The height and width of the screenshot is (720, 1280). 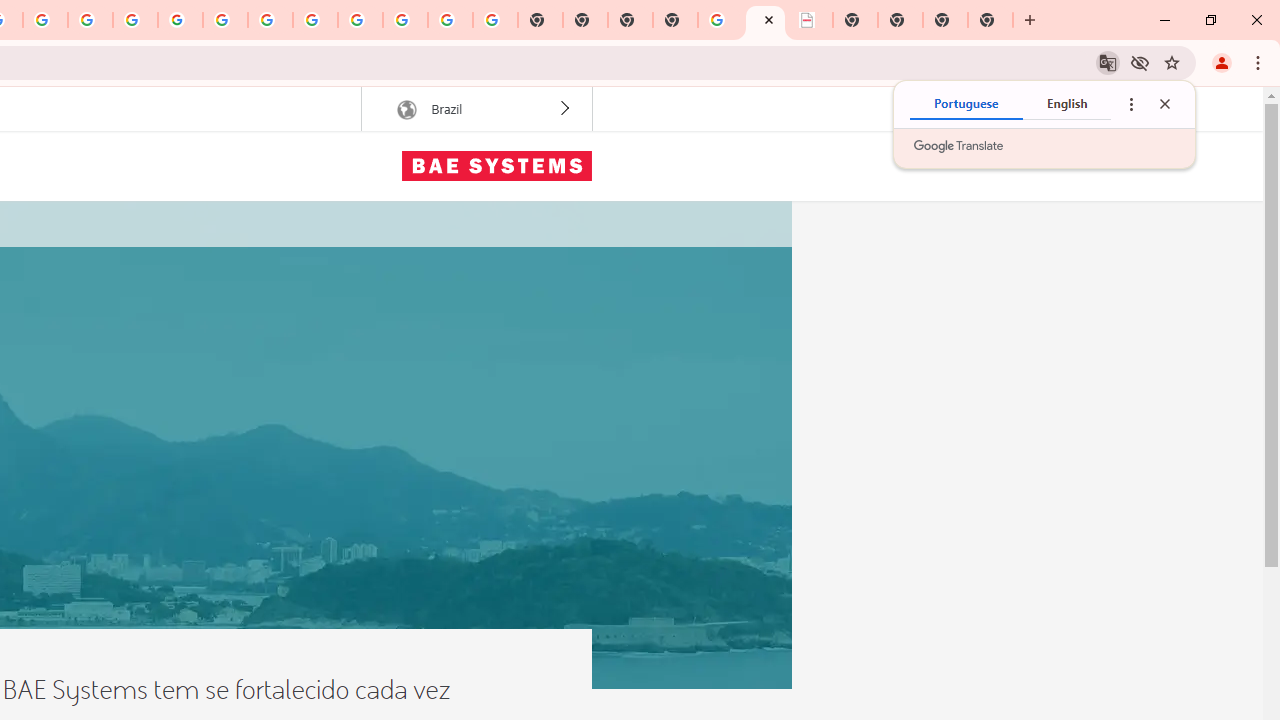 What do you see at coordinates (496, 164) in the screenshot?
I see `'BAE Systems'` at bounding box center [496, 164].